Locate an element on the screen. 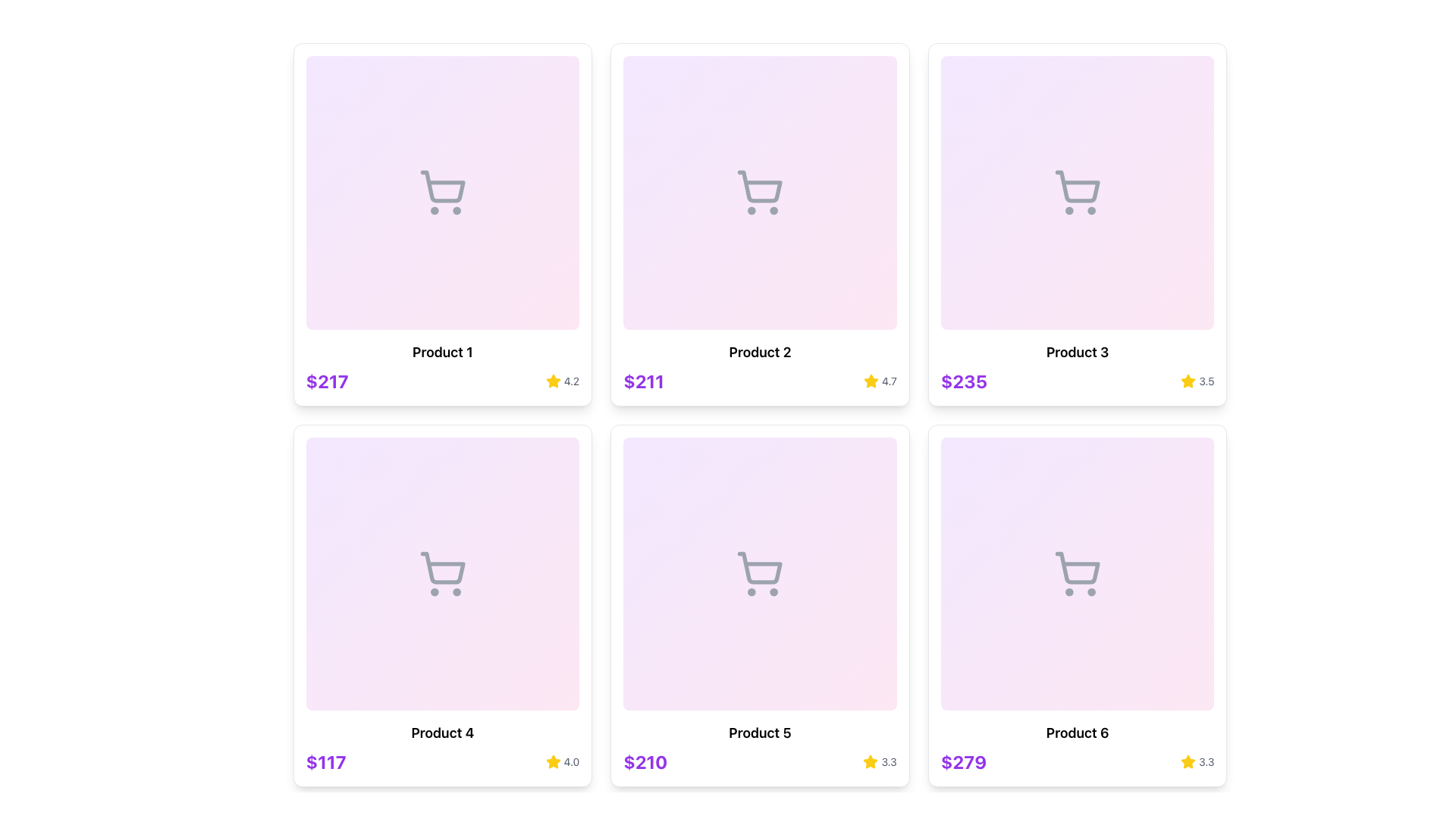  the price label displaying '$279' in bold purple font, located at the bottom-left of the 'Product 6' card in the rightmost position of a 3x2 grid layout is located at coordinates (962, 762).